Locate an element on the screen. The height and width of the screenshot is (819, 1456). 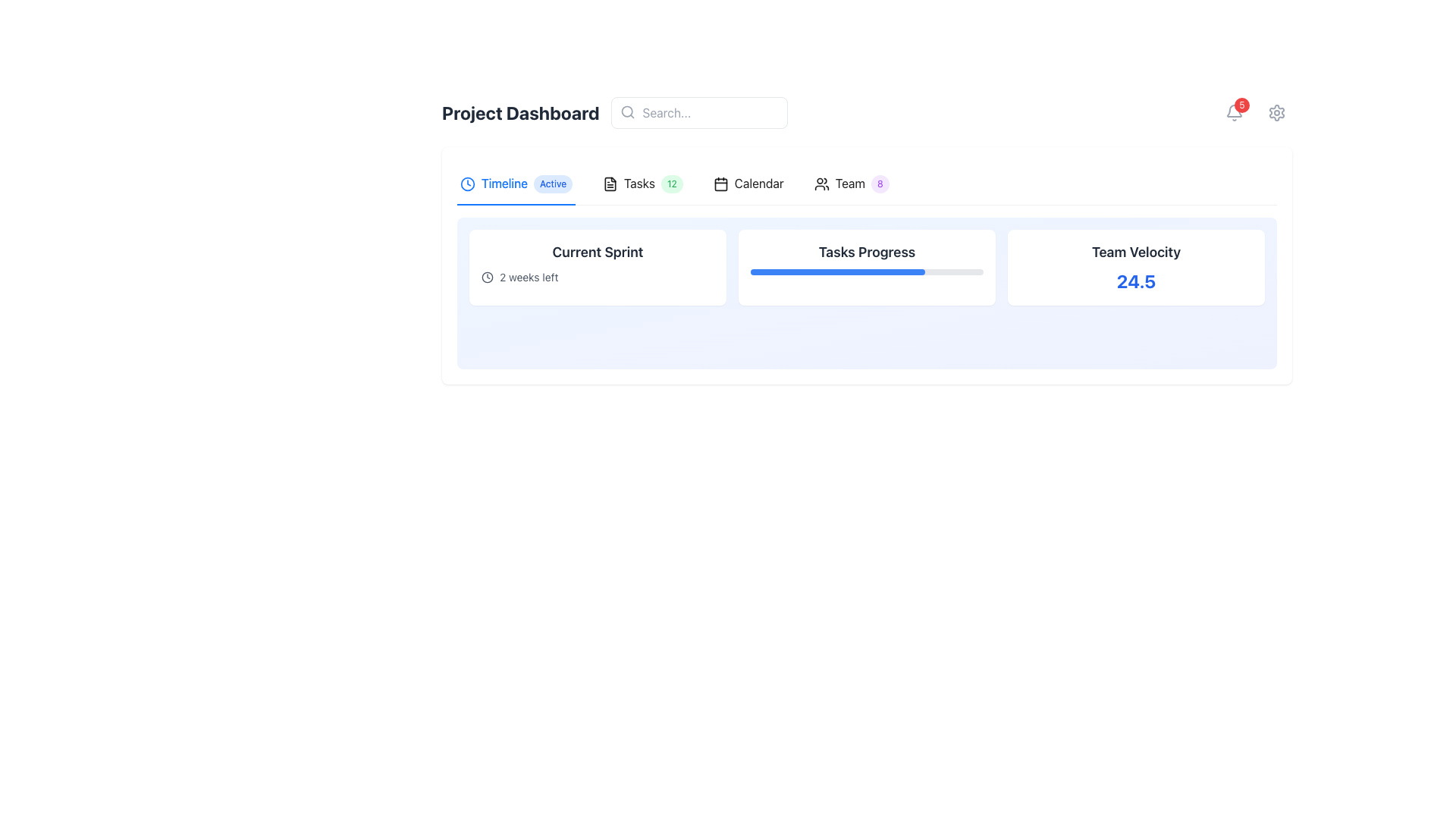
the Information Card located at the top left of the grid layout to check for any interactive effects is located at coordinates (597, 267).